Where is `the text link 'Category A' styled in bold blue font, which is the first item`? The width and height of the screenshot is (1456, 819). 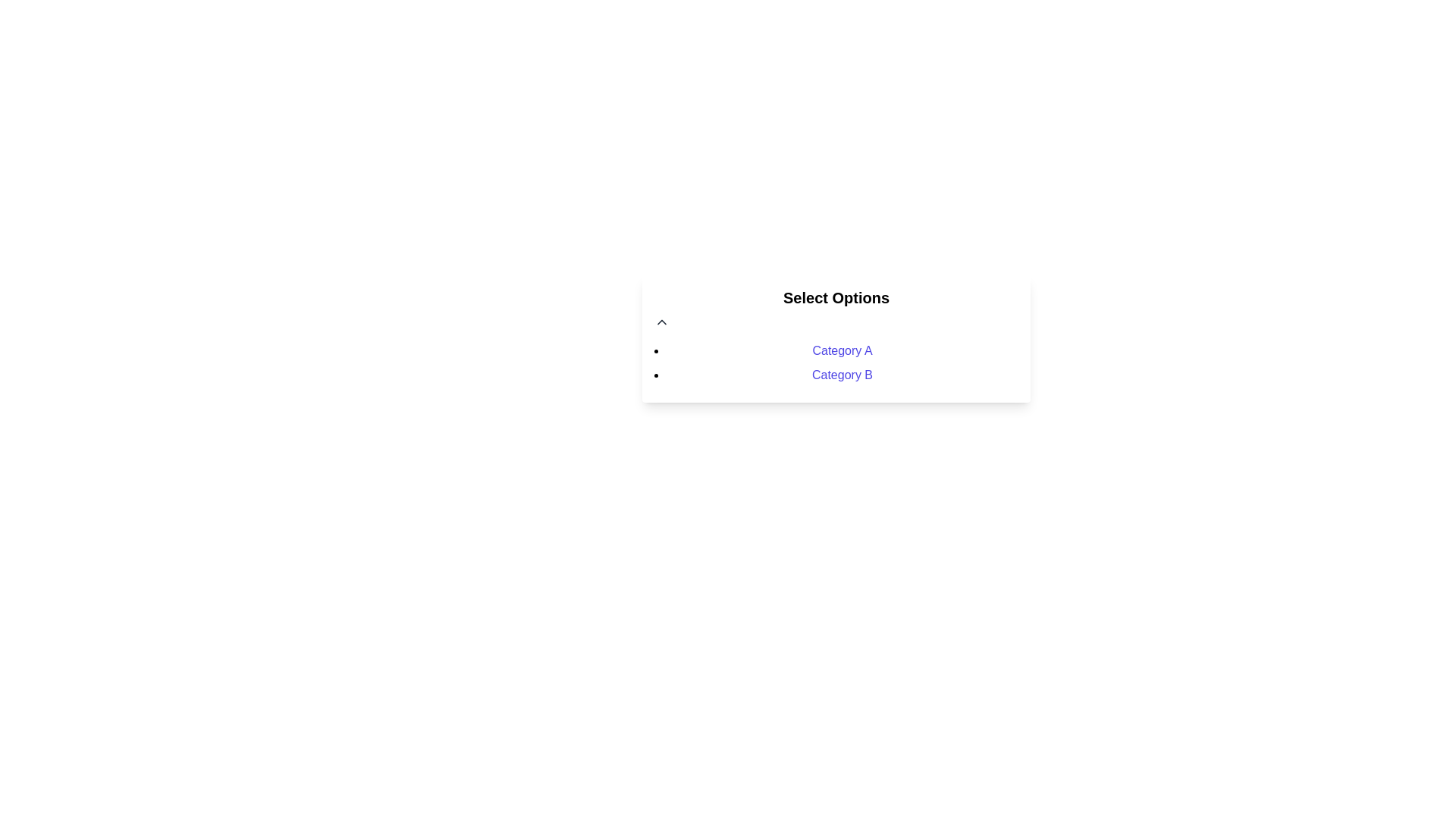
the text link 'Category A' styled in bold blue font, which is the first item is located at coordinates (841, 350).